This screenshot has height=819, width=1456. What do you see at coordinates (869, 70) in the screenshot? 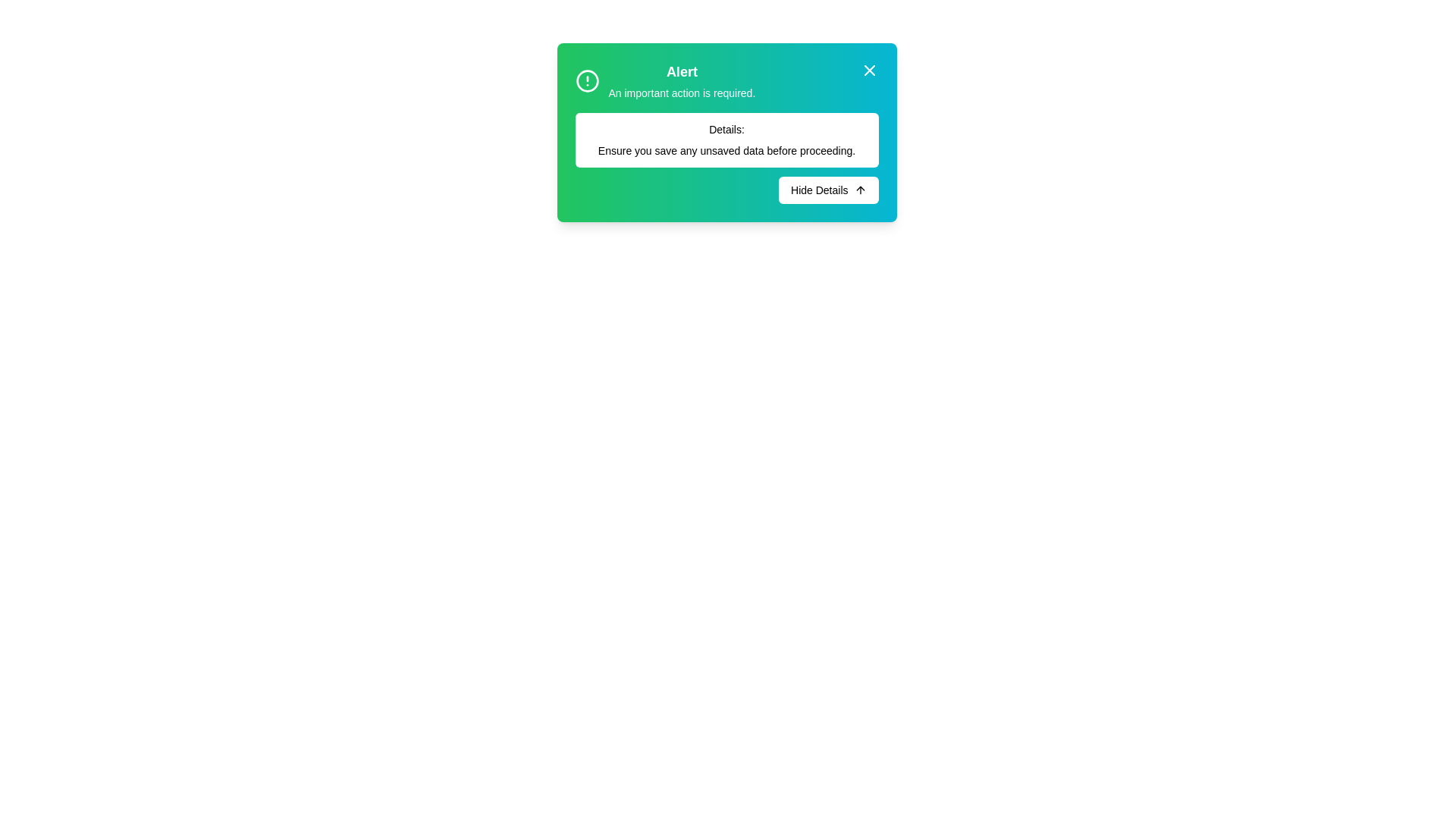
I see `the close button (X) located at the top-right corner of the notification dialog` at bounding box center [869, 70].